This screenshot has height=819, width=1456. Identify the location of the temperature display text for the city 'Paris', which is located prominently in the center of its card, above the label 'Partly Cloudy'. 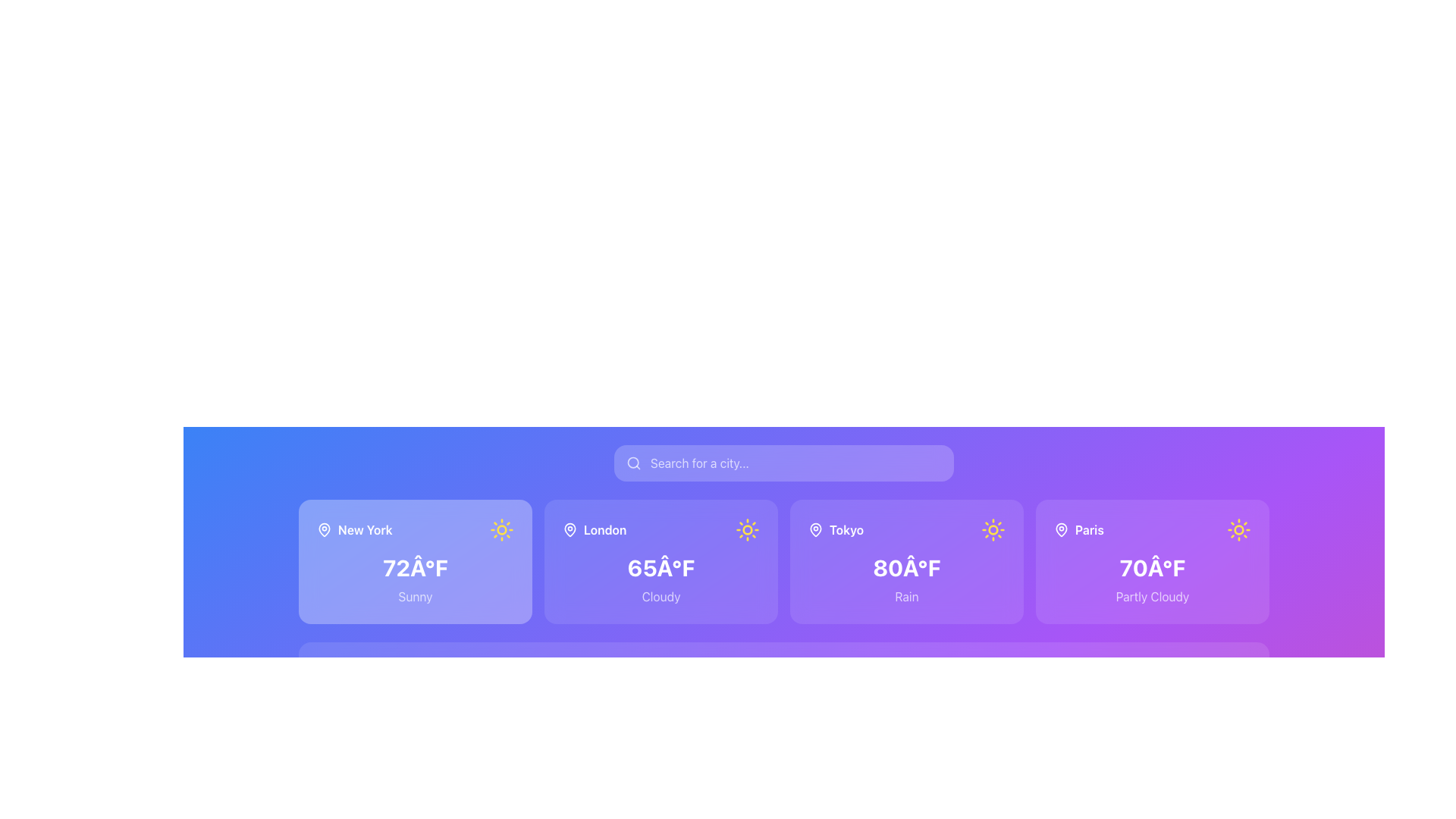
(1153, 567).